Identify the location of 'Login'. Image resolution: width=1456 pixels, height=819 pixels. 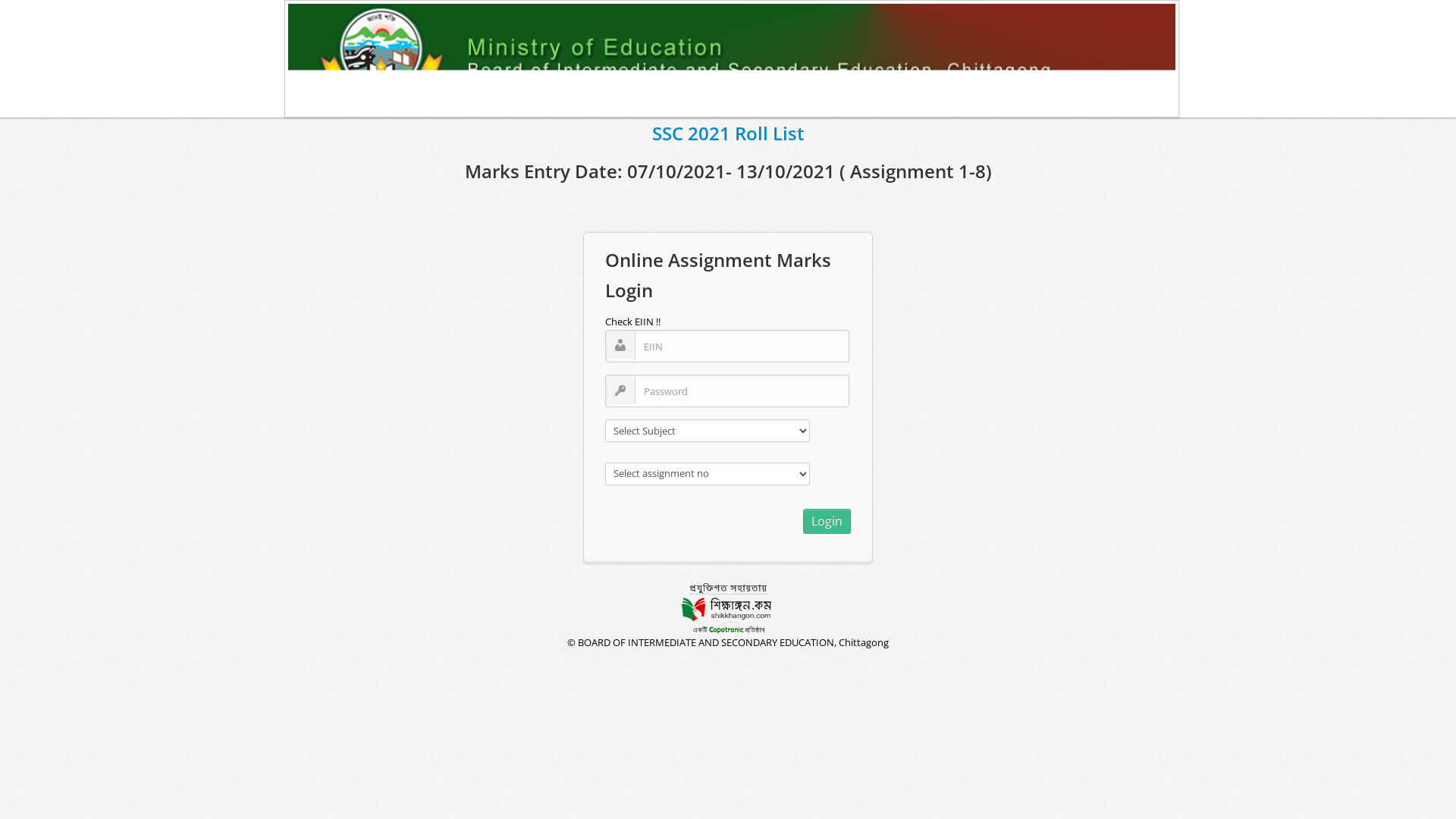
(826, 520).